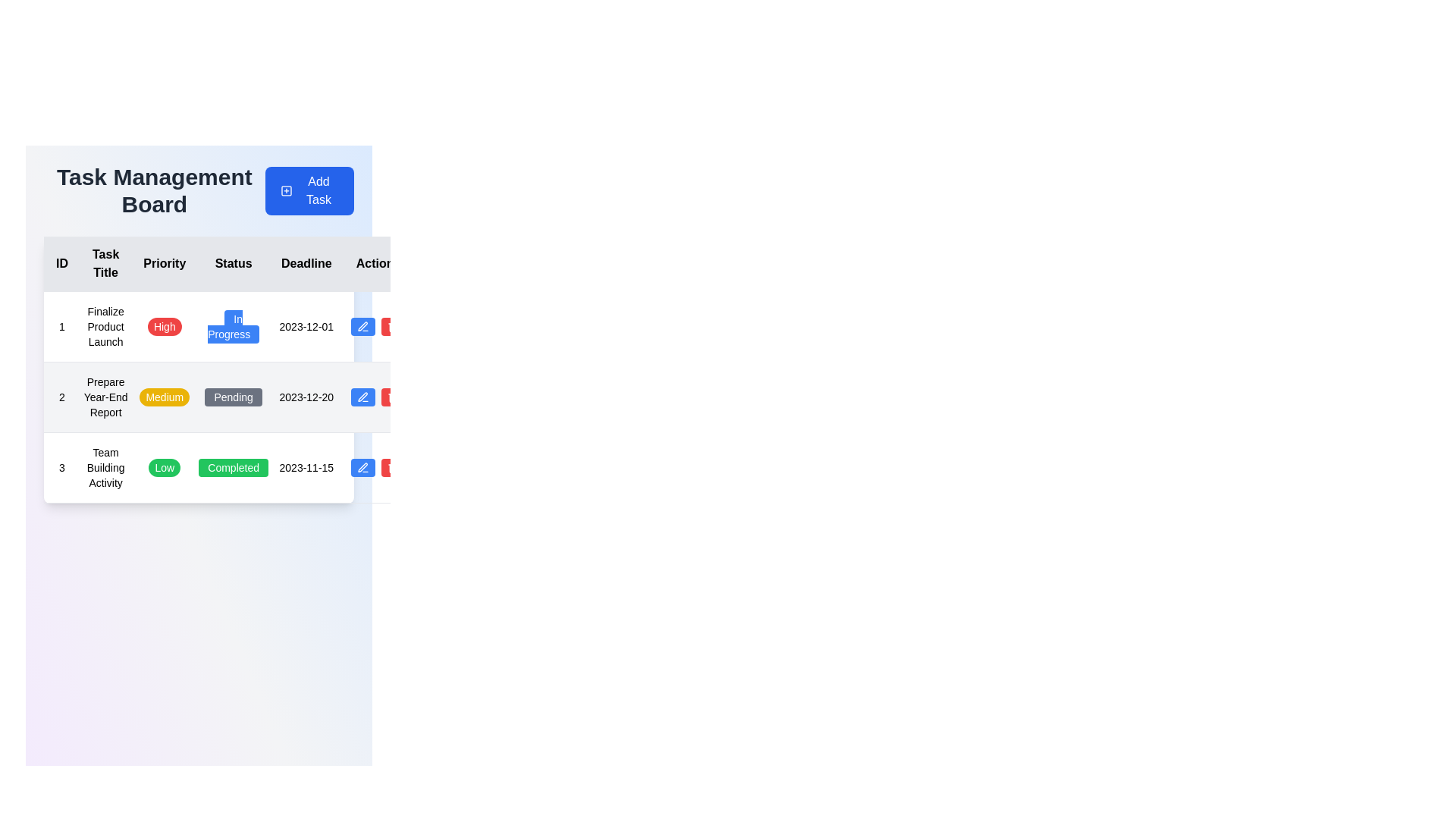 The width and height of the screenshot is (1456, 819). What do you see at coordinates (165, 467) in the screenshot?
I see `the 'Low' priority Badge in the third row of the 'Priority' column for the task labeled 'Team Building Activity'` at bounding box center [165, 467].